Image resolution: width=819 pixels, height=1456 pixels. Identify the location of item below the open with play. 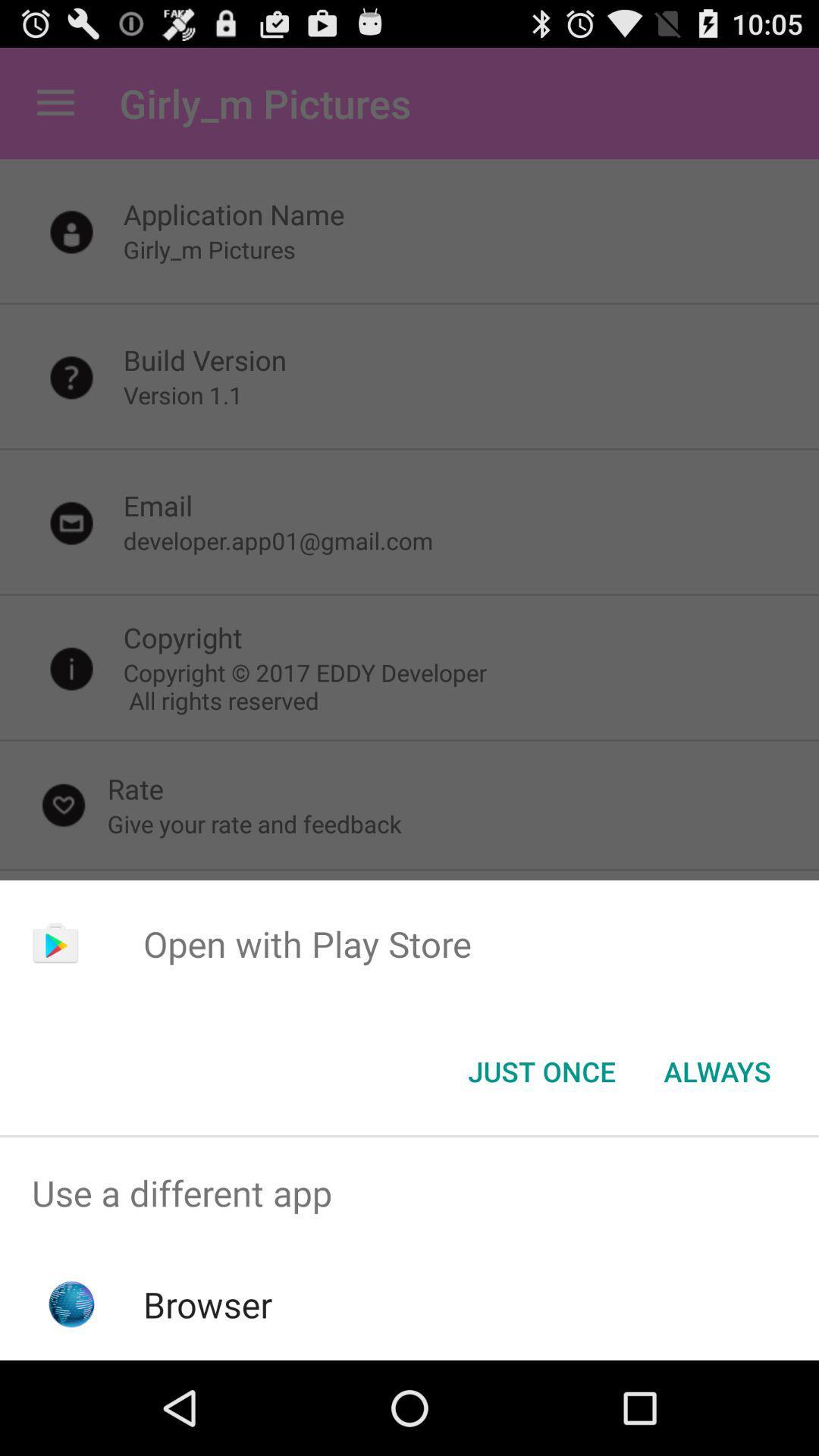
(717, 1070).